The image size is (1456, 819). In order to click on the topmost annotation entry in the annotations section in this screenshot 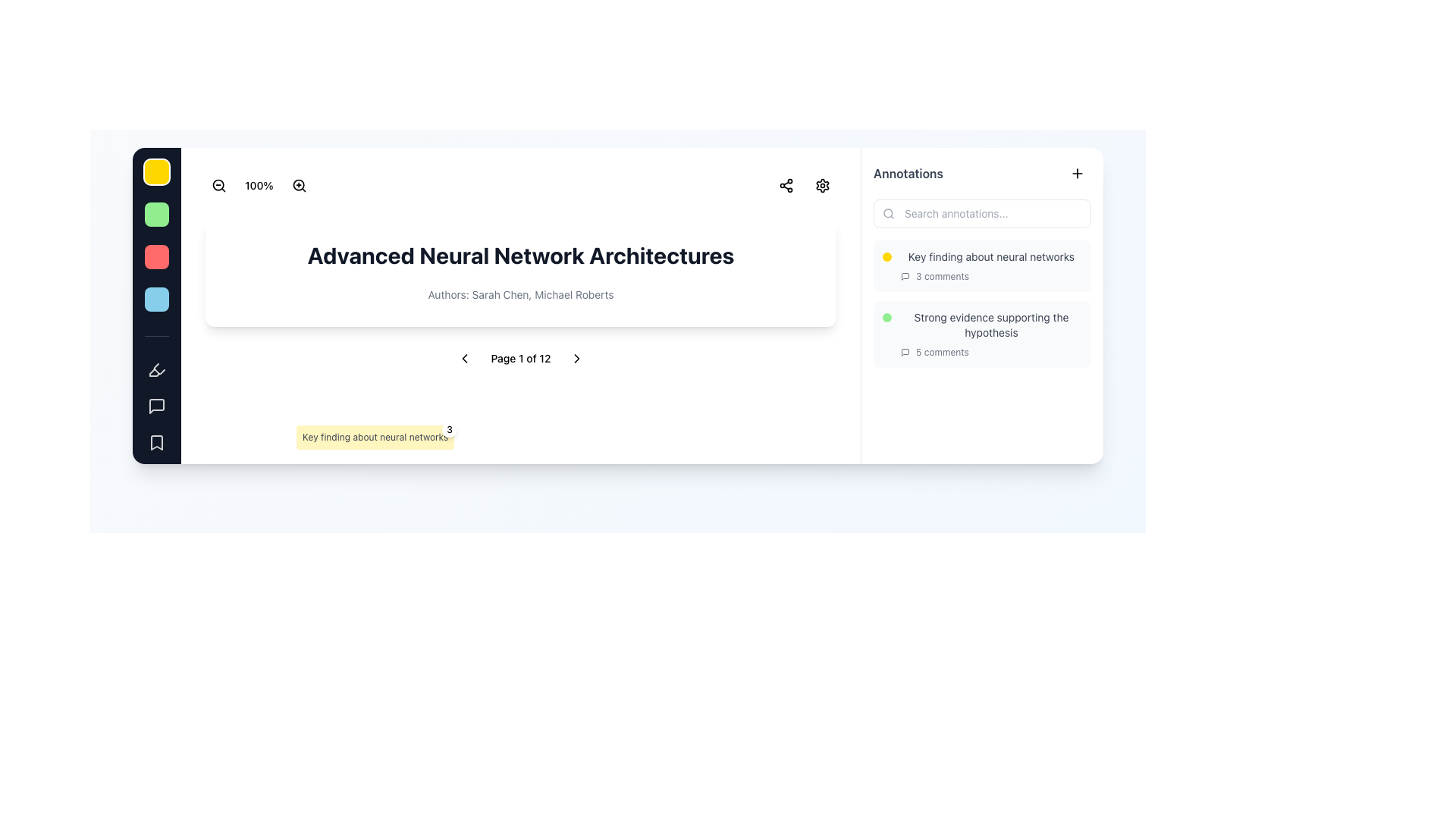, I will do `click(982, 265)`.